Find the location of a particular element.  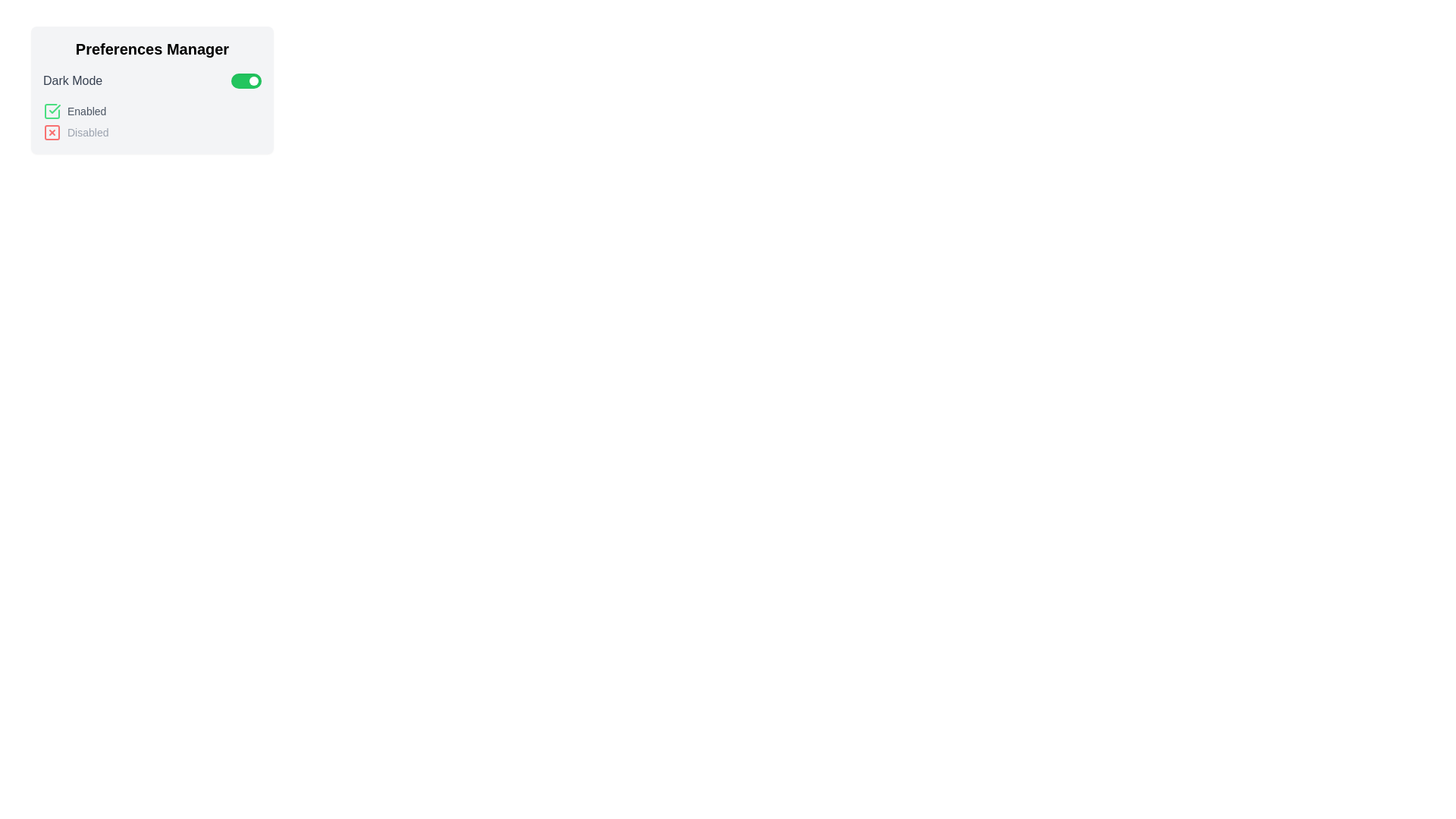

the 'Disabled' state indicator located in the Preferences Manager panel, which is the second item in the vertical list below the 'Enabled' option is located at coordinates (152, 131).